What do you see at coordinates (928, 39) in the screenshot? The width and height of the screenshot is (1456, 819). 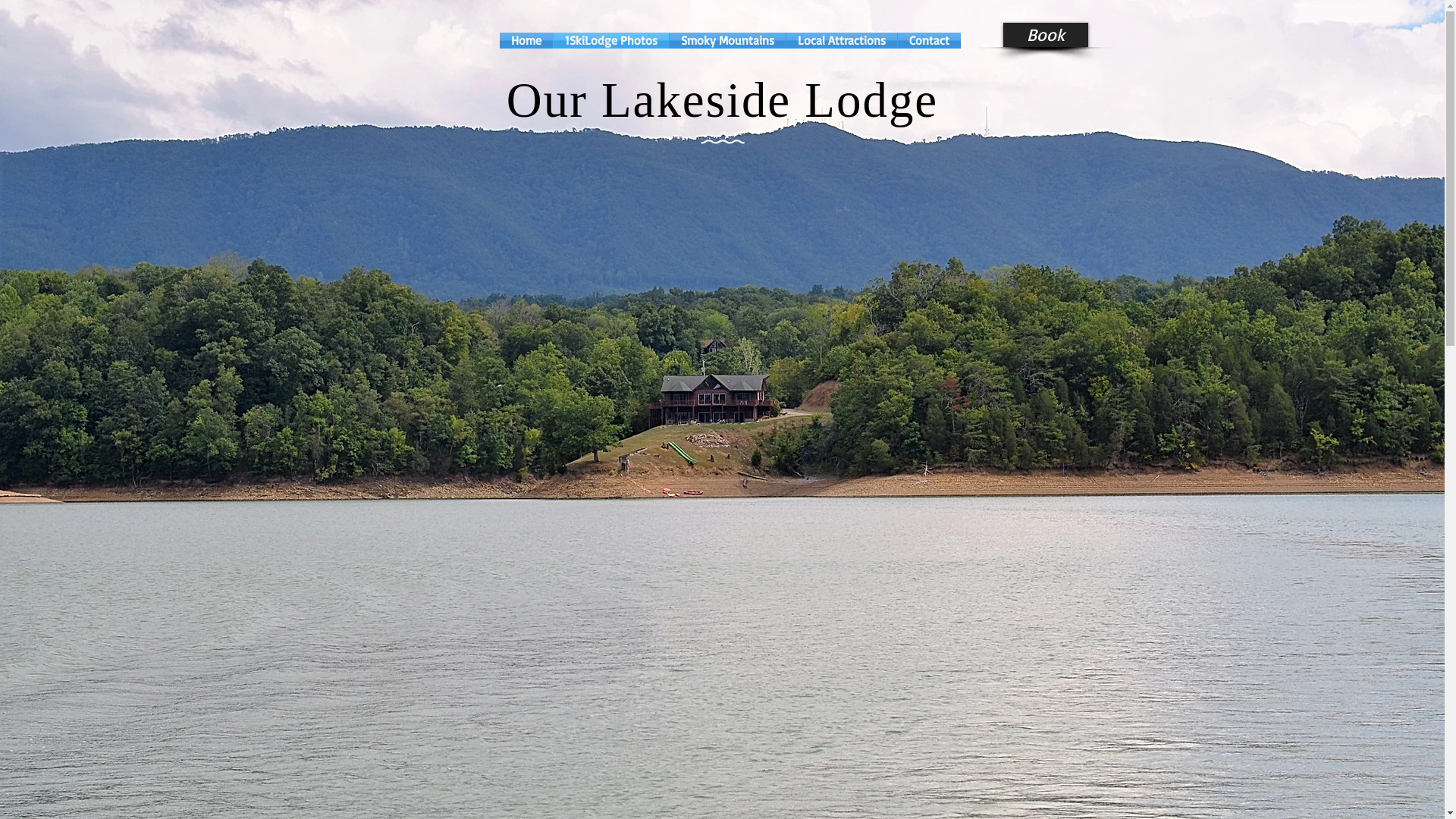 I see `'Contact'` at bounding box center [928, 39].